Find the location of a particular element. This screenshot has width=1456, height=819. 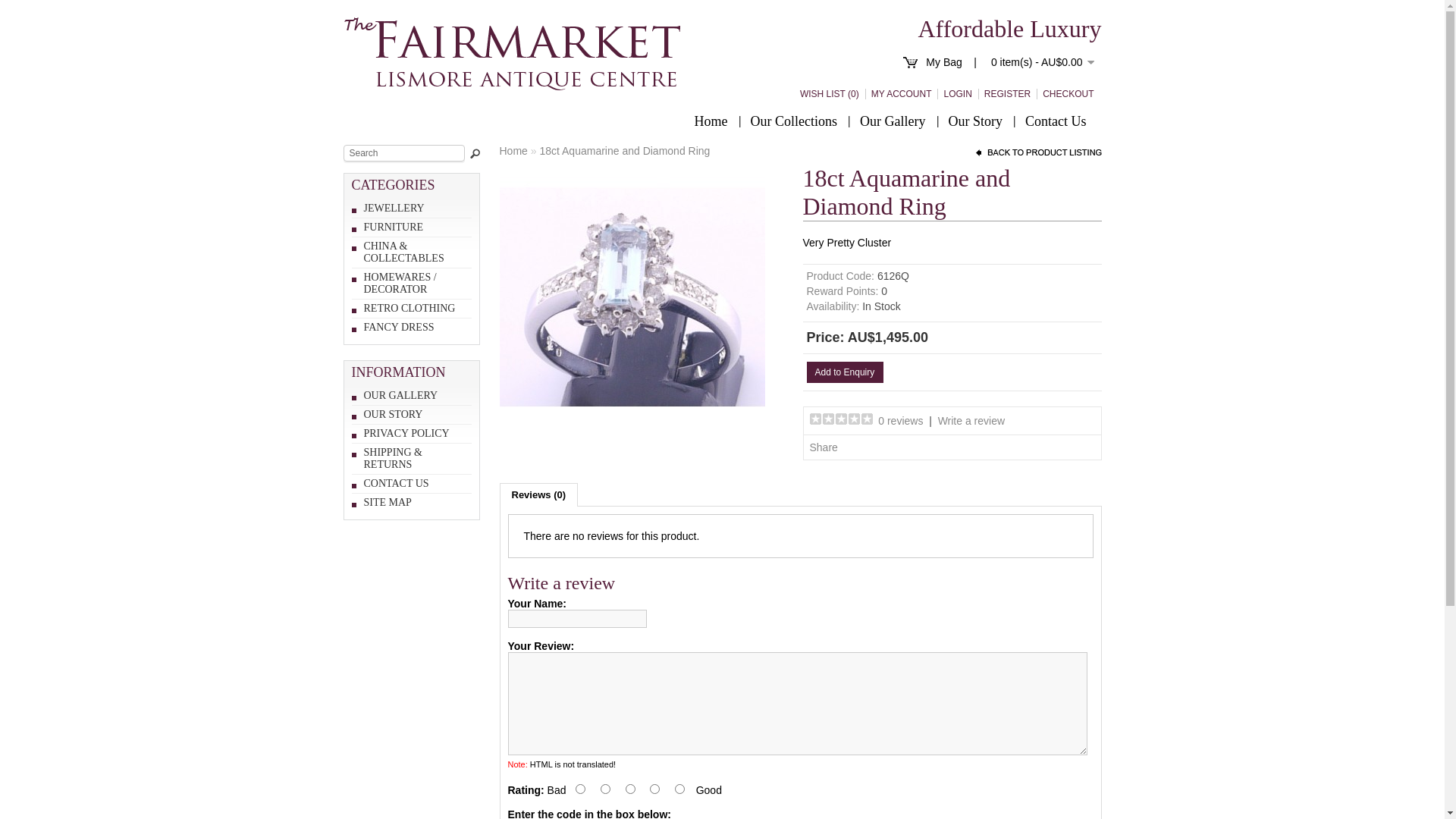

'OUR GALLERY' is located at coordinates (400, 394).